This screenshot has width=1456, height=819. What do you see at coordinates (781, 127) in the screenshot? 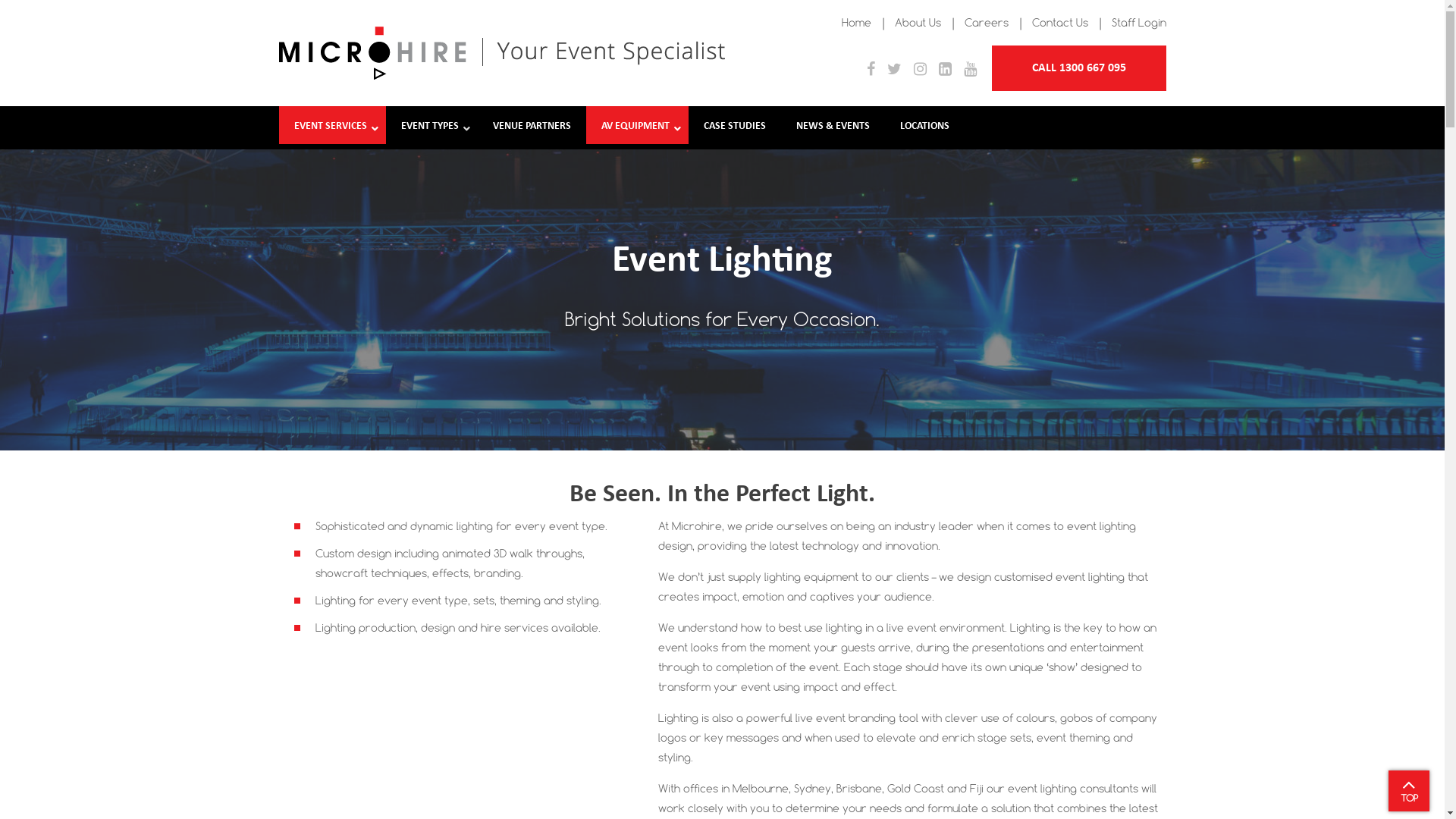
I see `'NEWS & EVENTS'` at bounding box center [781, 127].